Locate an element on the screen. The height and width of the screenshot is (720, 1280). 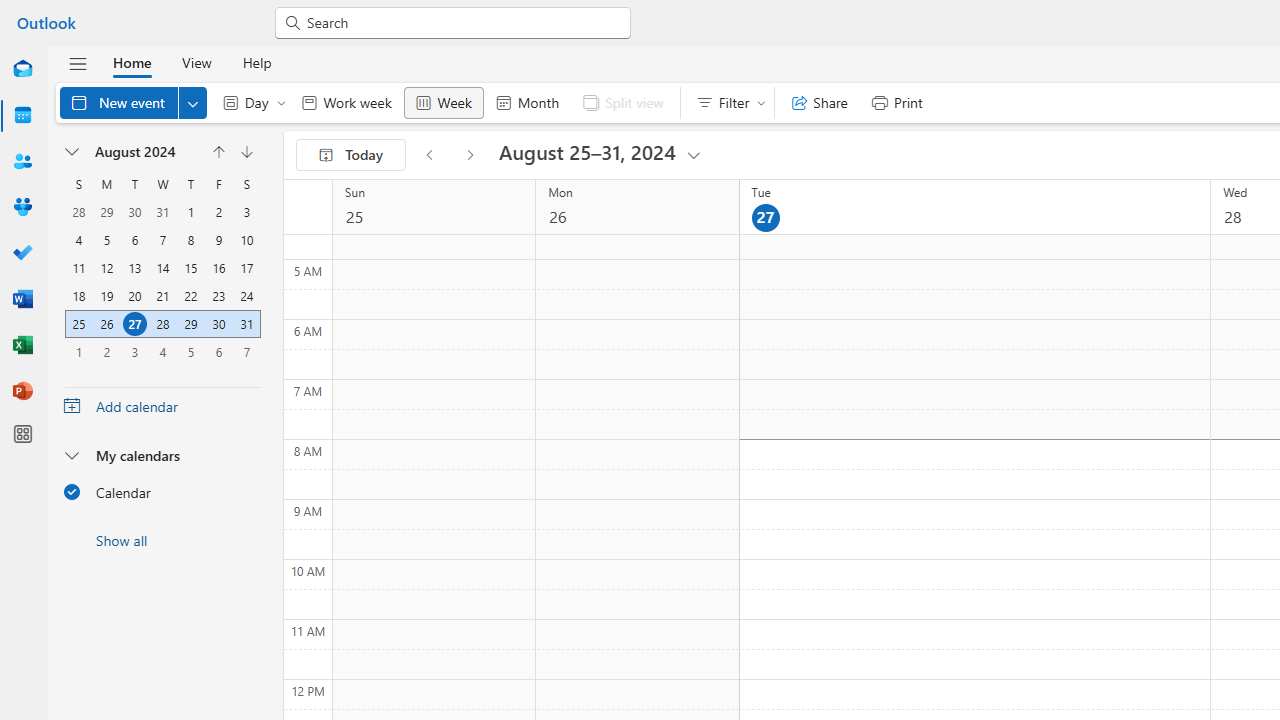
'Word' is located at coordinates (23, 299).